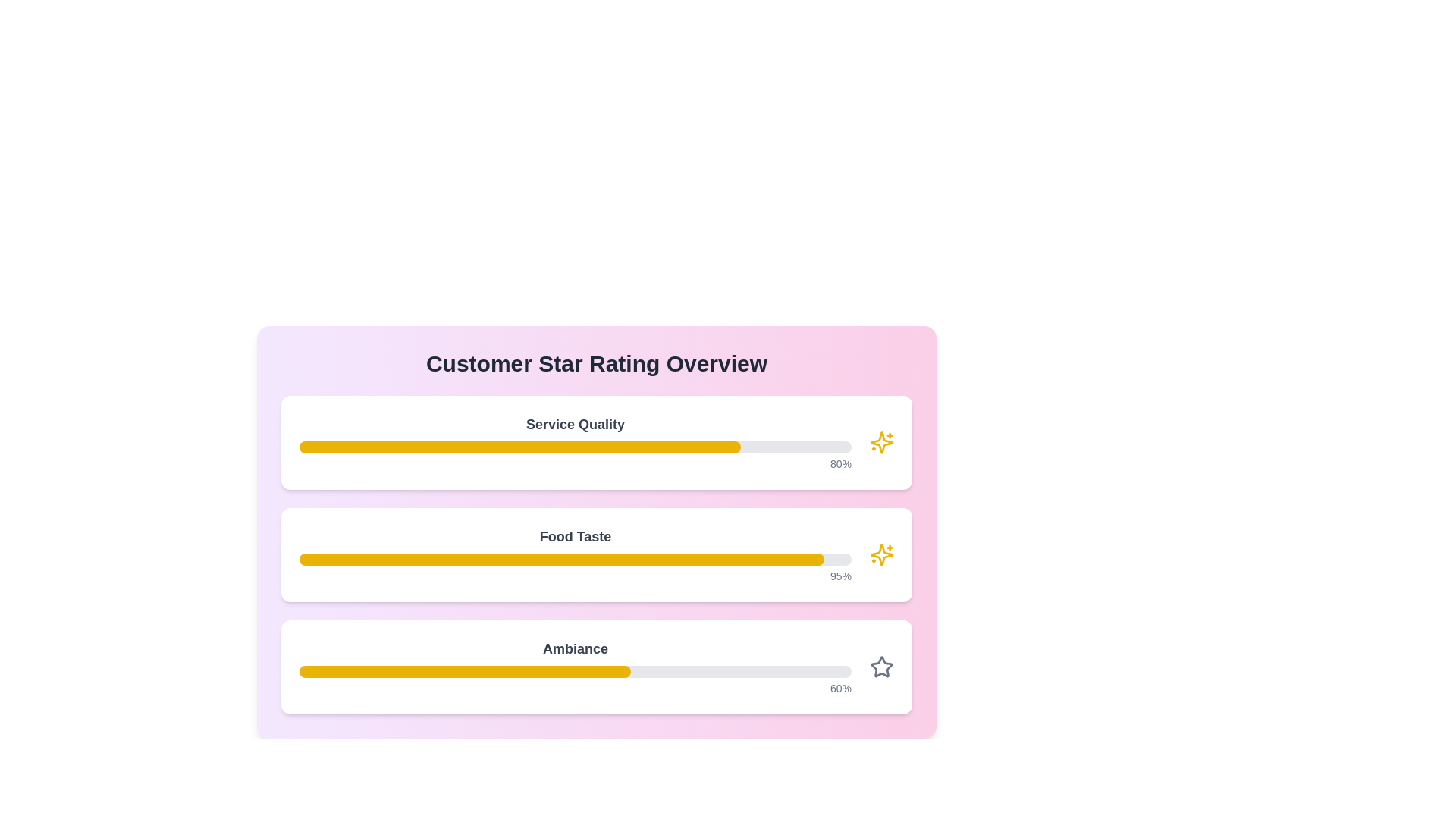 The width and height of the screenshot is (1456, 819). Describe the element at coordinates (574, 424) in the screenshot. I see `the text label displaying 'Service Quality' which is styled in bold gray font and is positioned above a progress bar` at that location.